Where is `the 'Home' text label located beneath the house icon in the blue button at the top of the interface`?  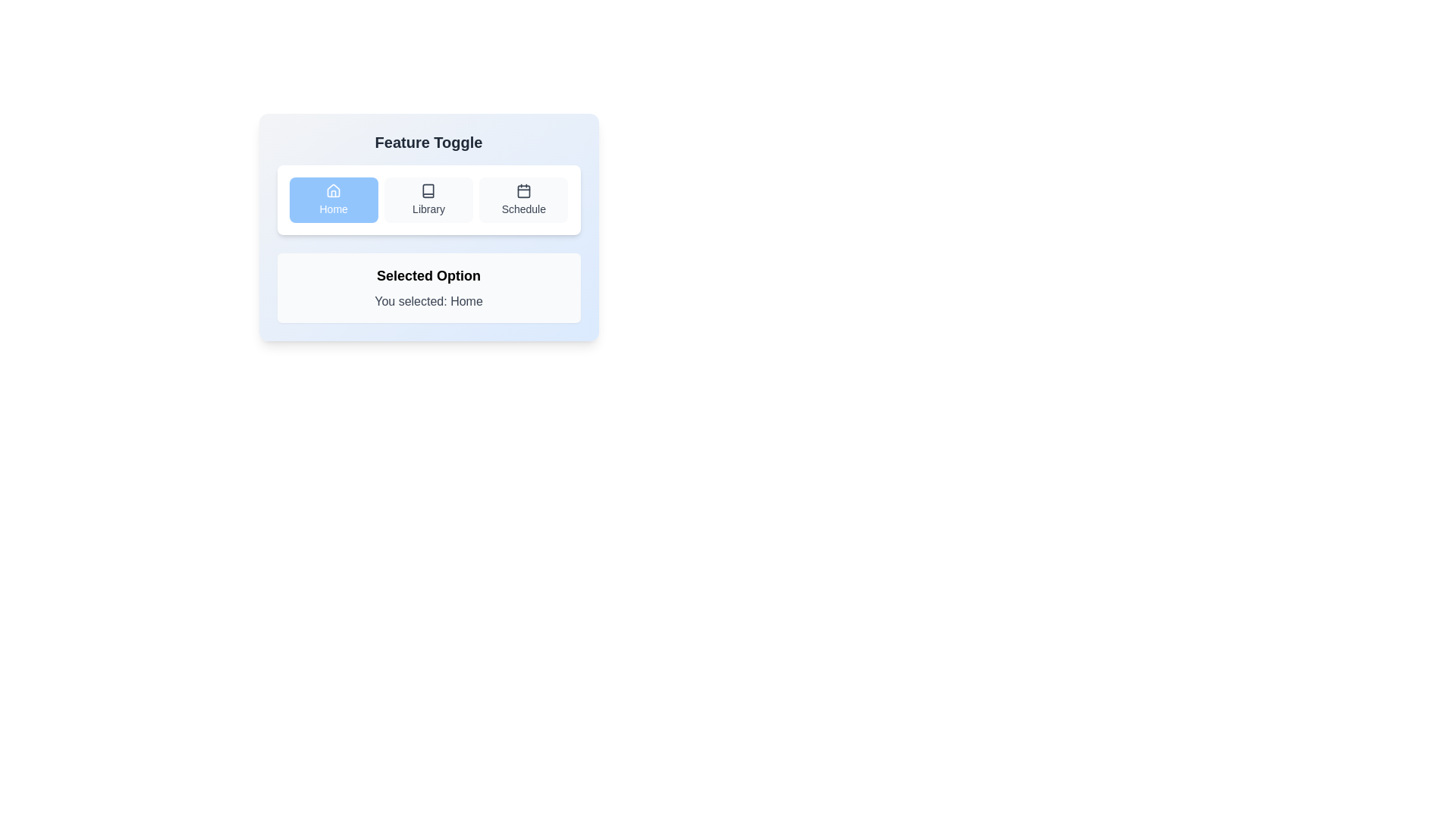 the 'Home' text label located beneath the house icon in the blue button at the top of the interface is located at coordinates (333, 209).